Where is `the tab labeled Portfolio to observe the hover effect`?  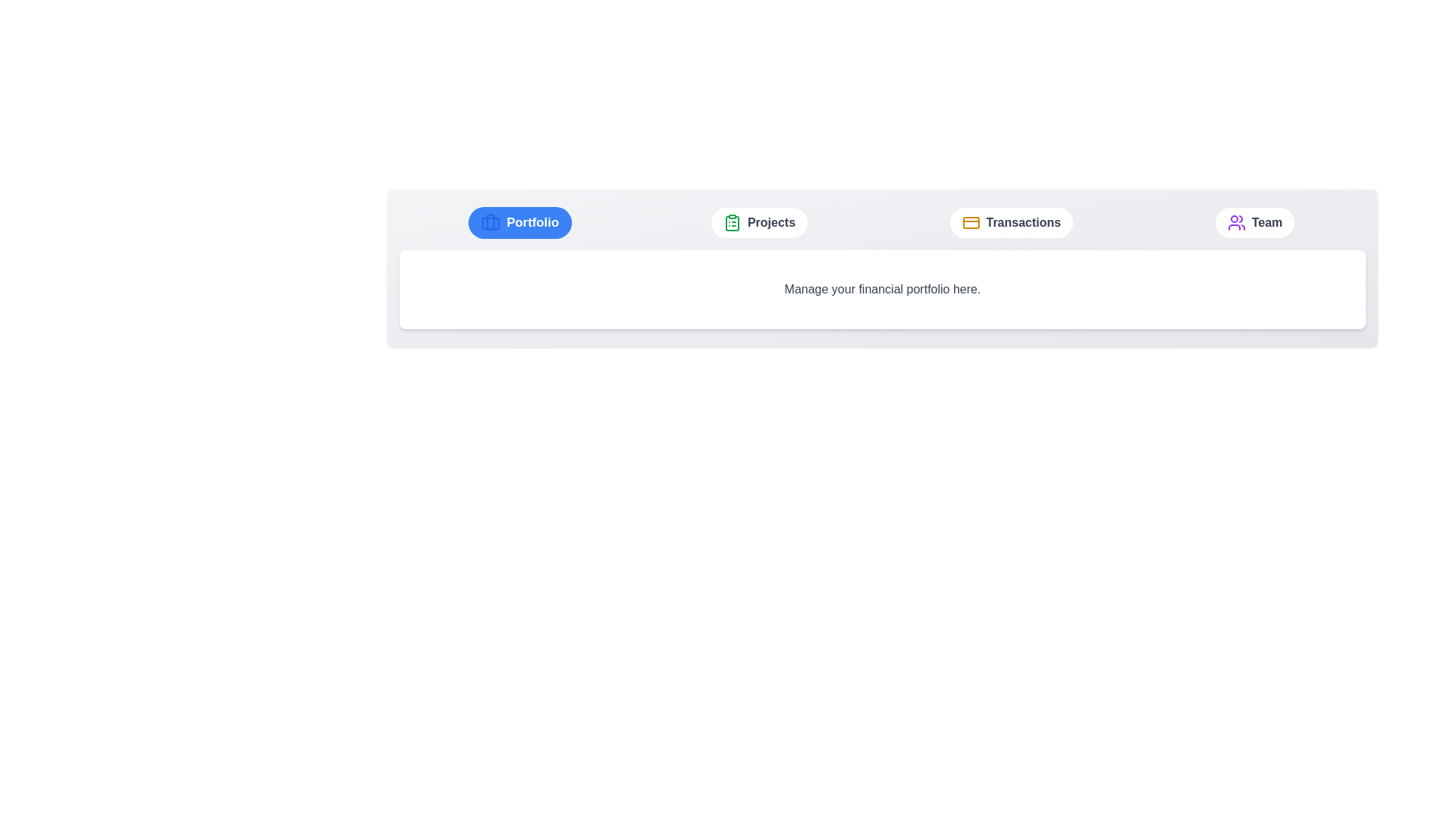 the tab labeled Portfolio to observe the hover effect is located at coordinates (519, 222).